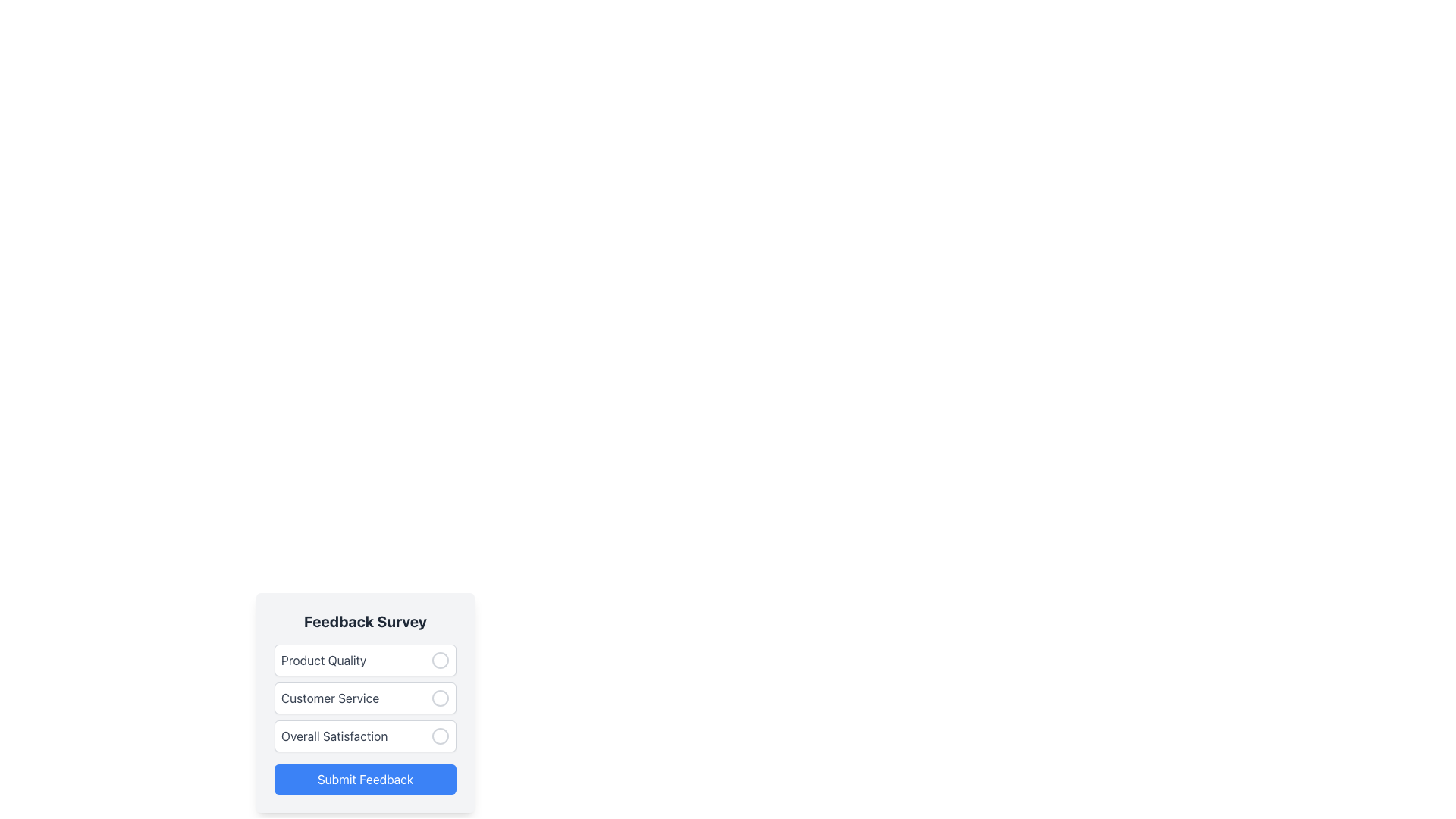 The width and height of the screenshot is (1456, 819). I want to click on the mouse over the vertical list of selectable options for the survey categories labeled 'Product Quality', 'Customer Service', and 'Overall Satisfaction', so click(365, 698).